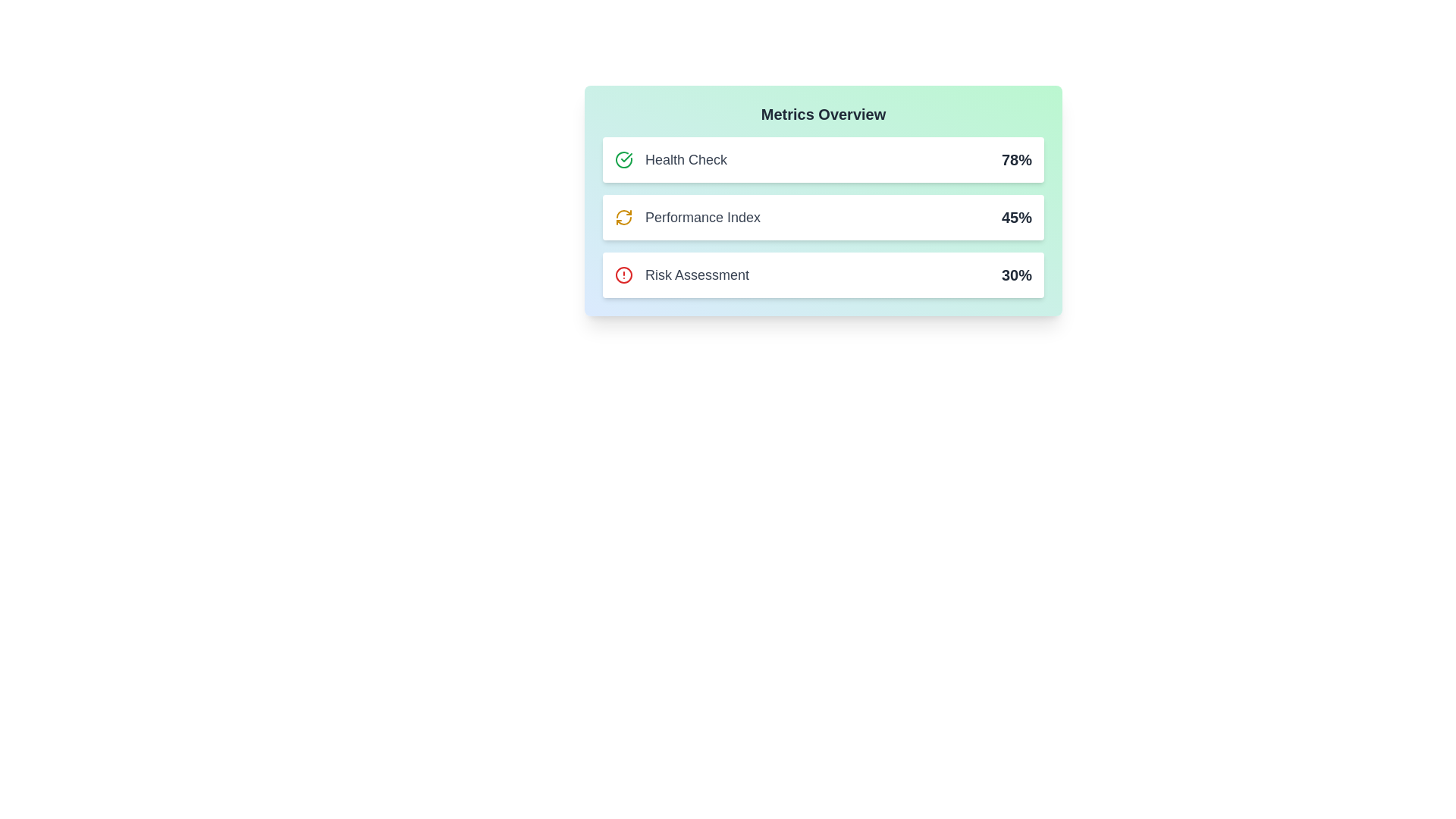  I want to click on the 'Health Check' text label located in the first row of the metrics dashboard, next to the green check icon, within the 'Metrics Overview' box, so click(686, 160).